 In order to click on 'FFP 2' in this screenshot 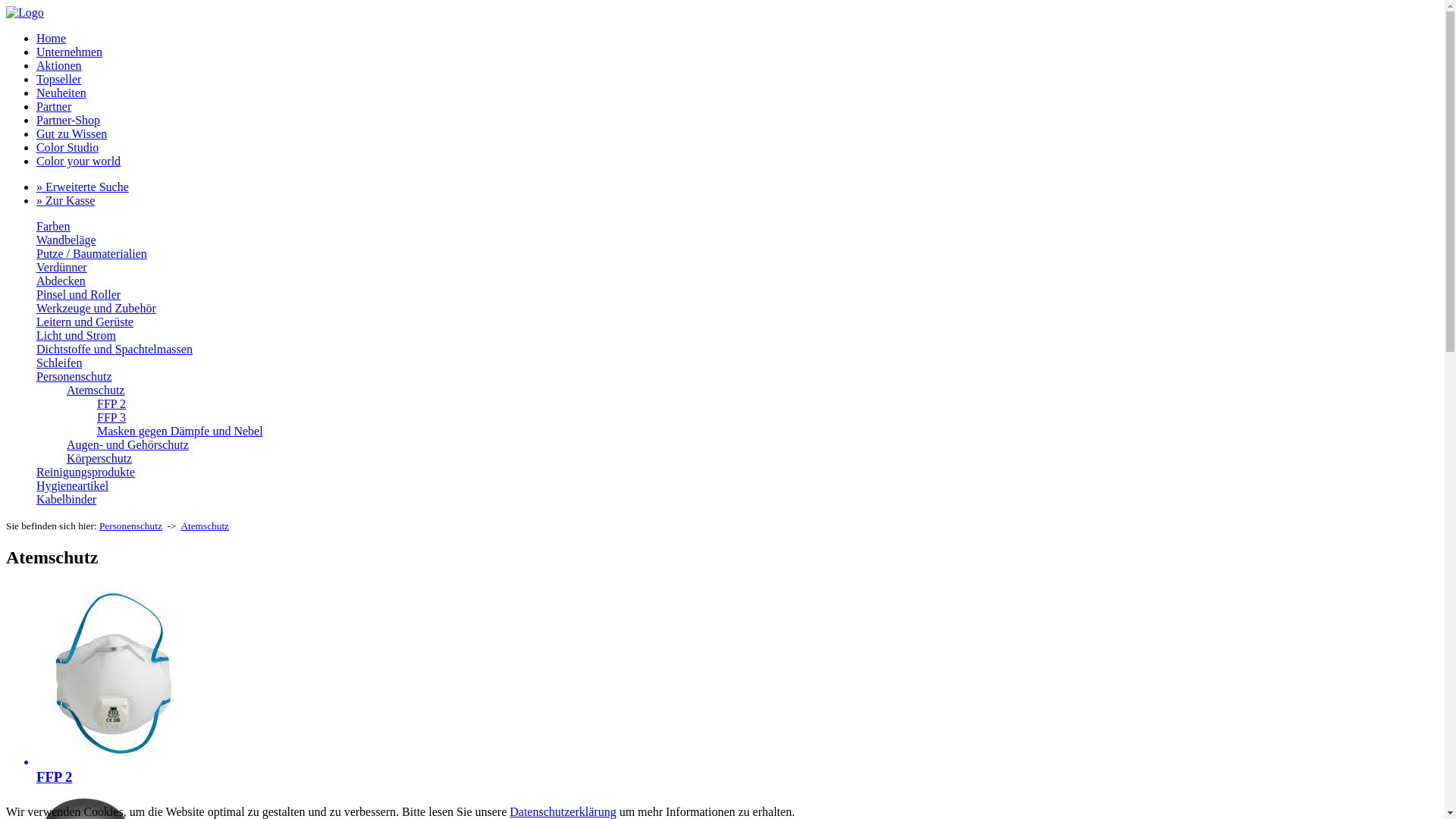, I will do `click(6, 684)`.